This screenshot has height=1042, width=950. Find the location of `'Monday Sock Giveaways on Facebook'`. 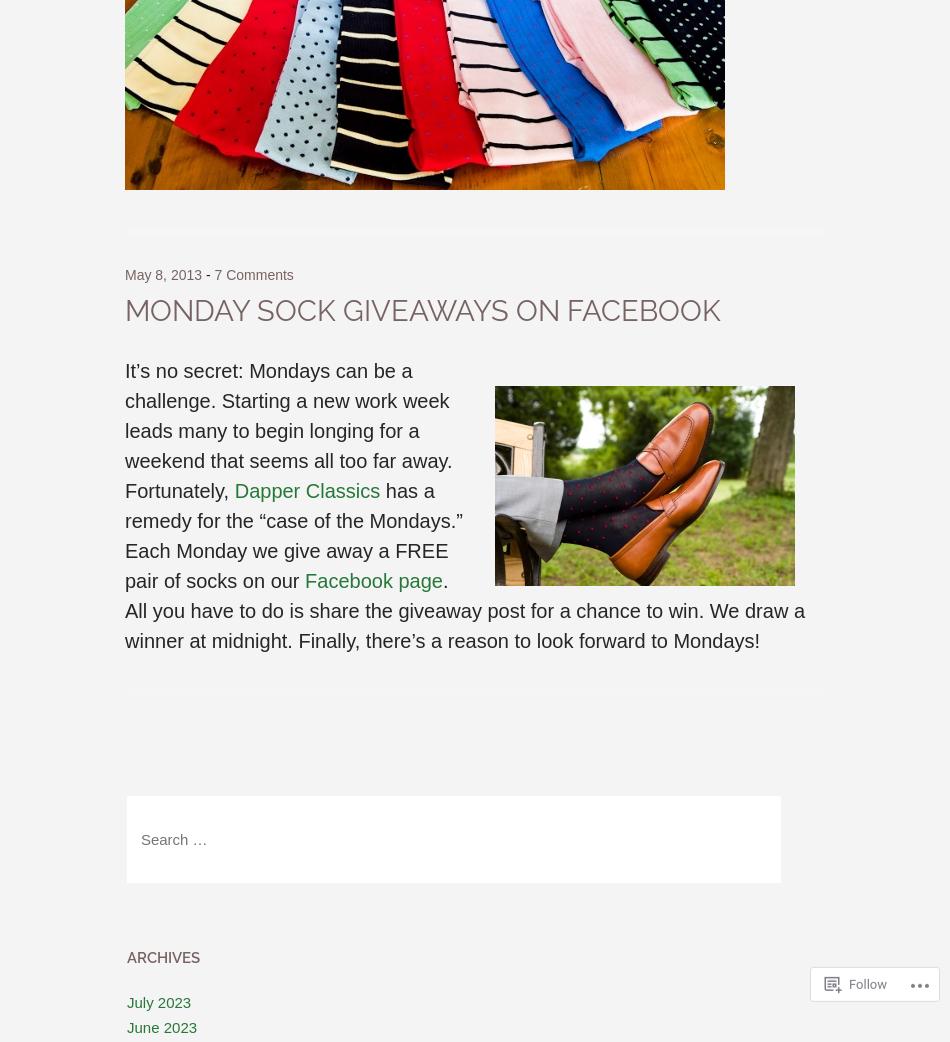

'Monday Sock Giveaways on Facebook' is located at coordinates (125, 311).